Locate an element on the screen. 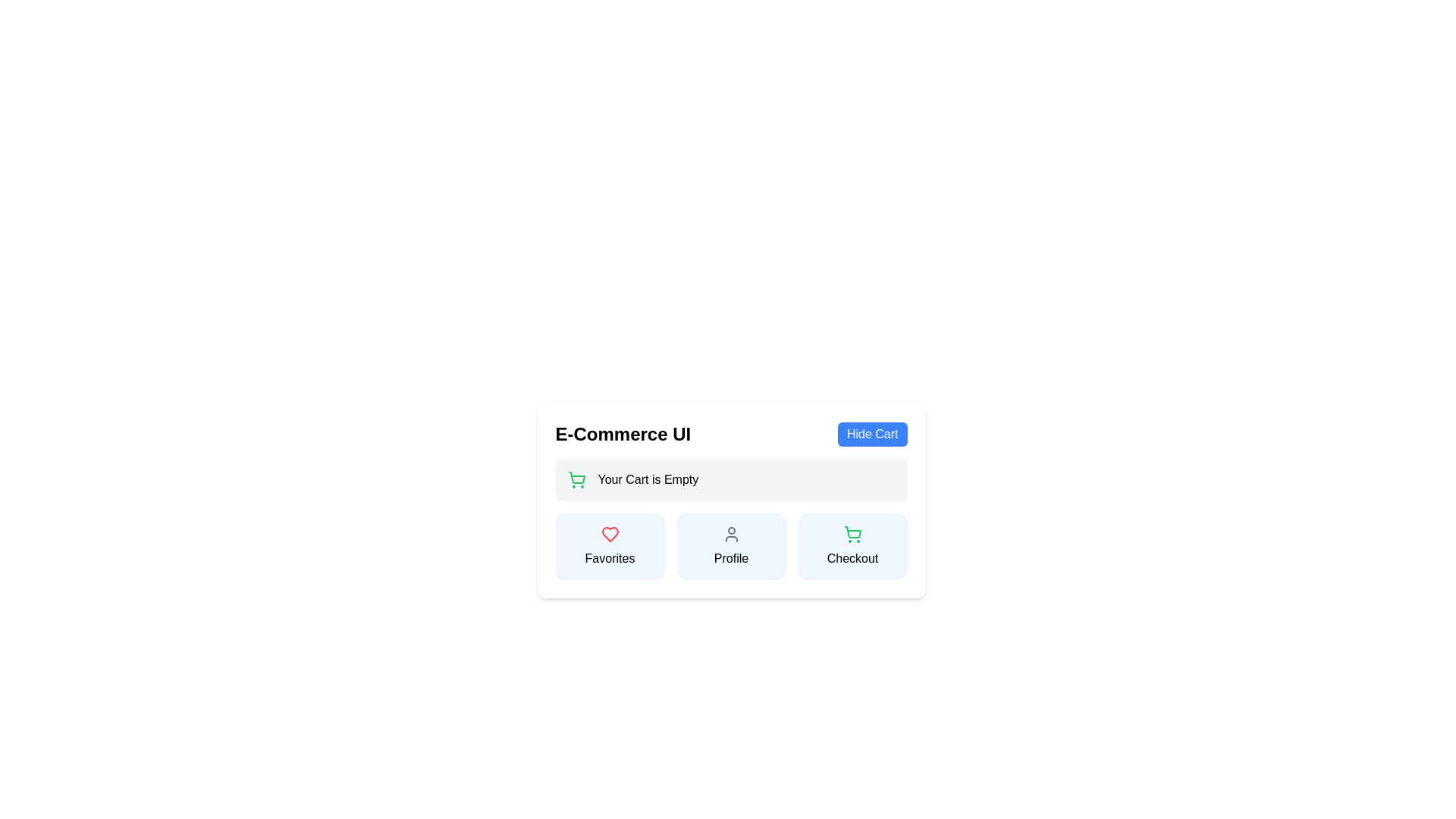 The height and width of the screenshot is (819, 1456). the heart icon filled with red color, representing the 'favorite' feature, which is the first icon in a row of three icons is located at coordinates (610, 534).